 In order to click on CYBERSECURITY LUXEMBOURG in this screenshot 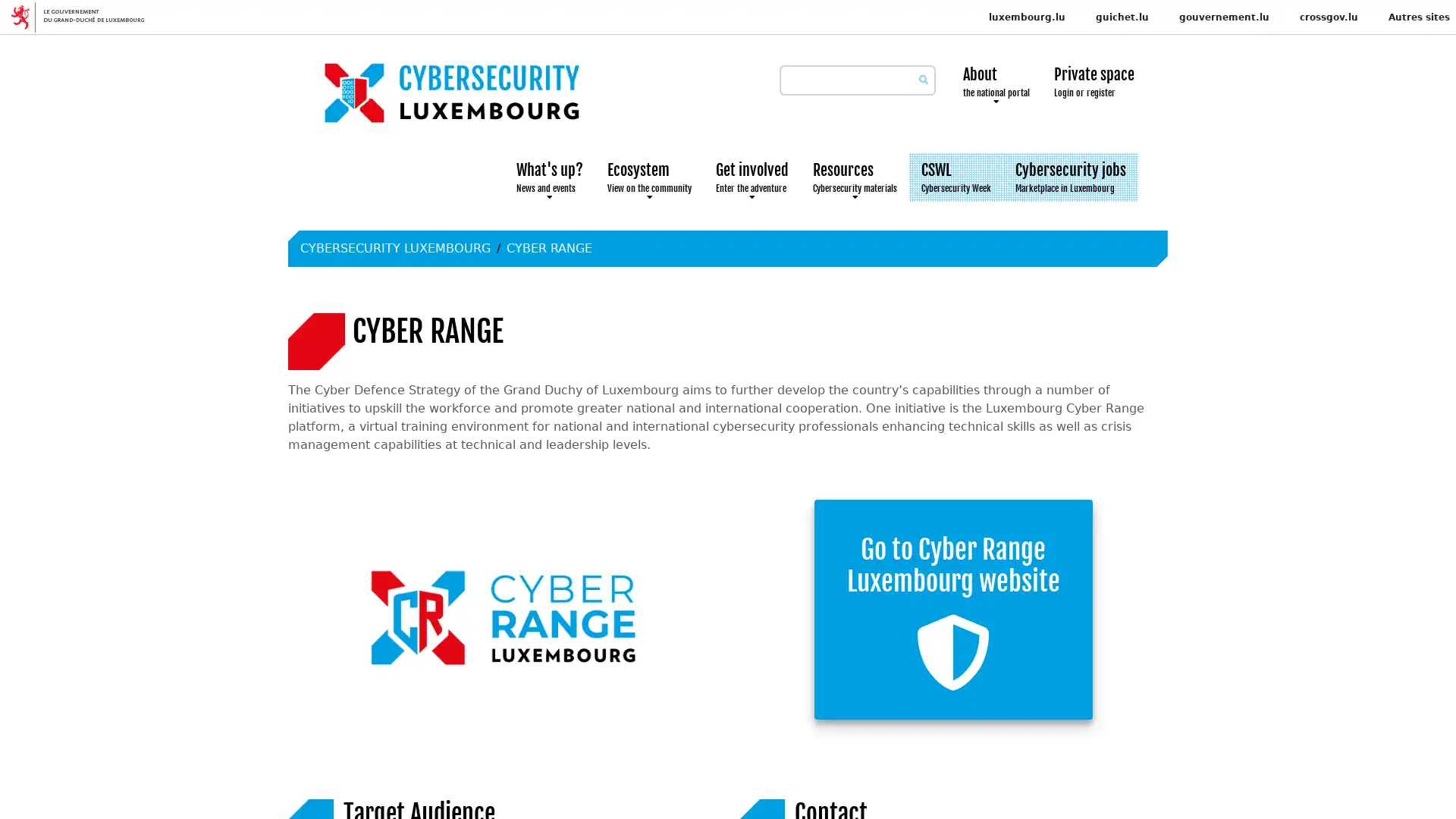, I will do `click(395, 247)`.